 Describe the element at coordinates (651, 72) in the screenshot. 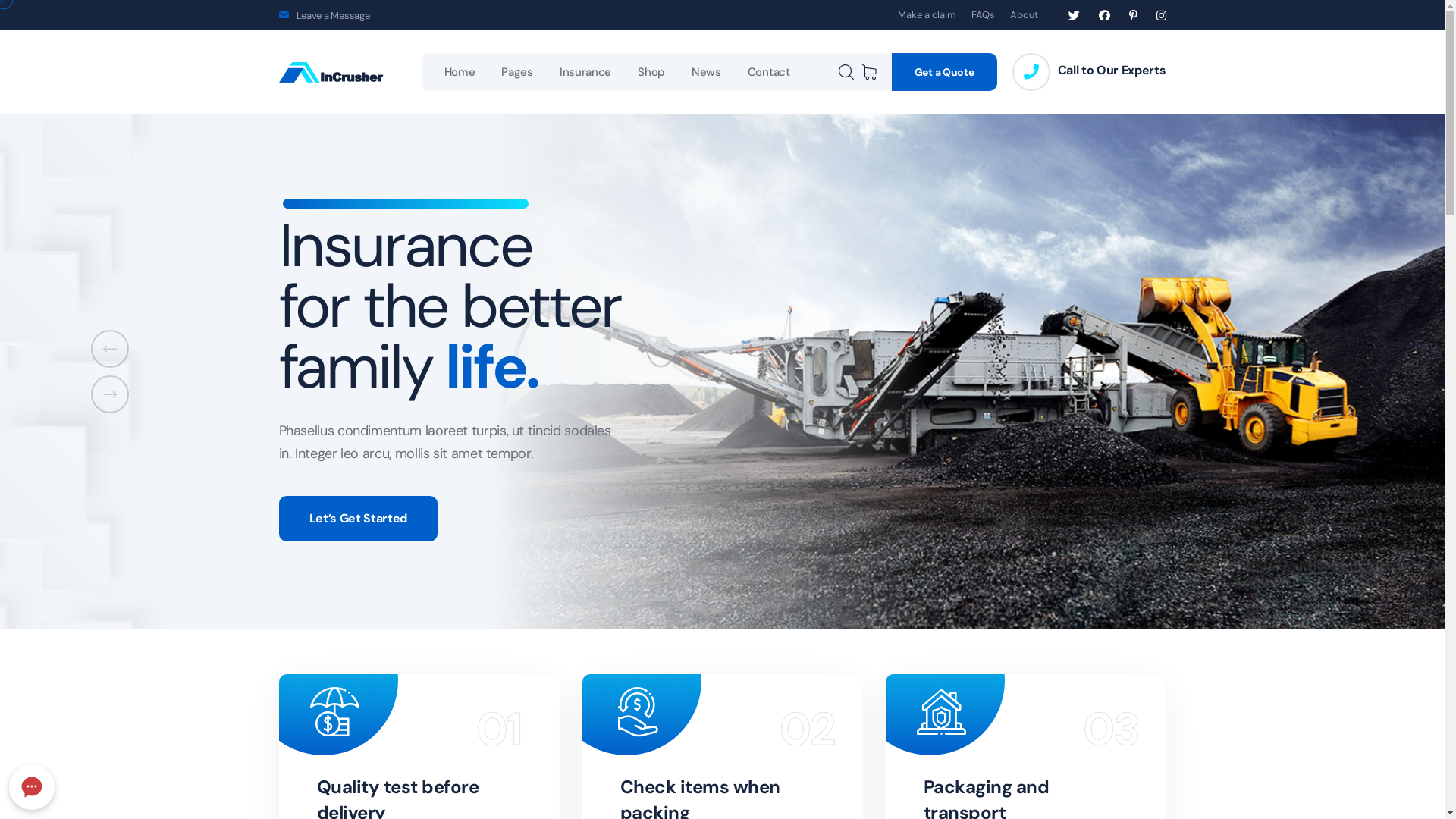

I see `'Shop'` at that location.